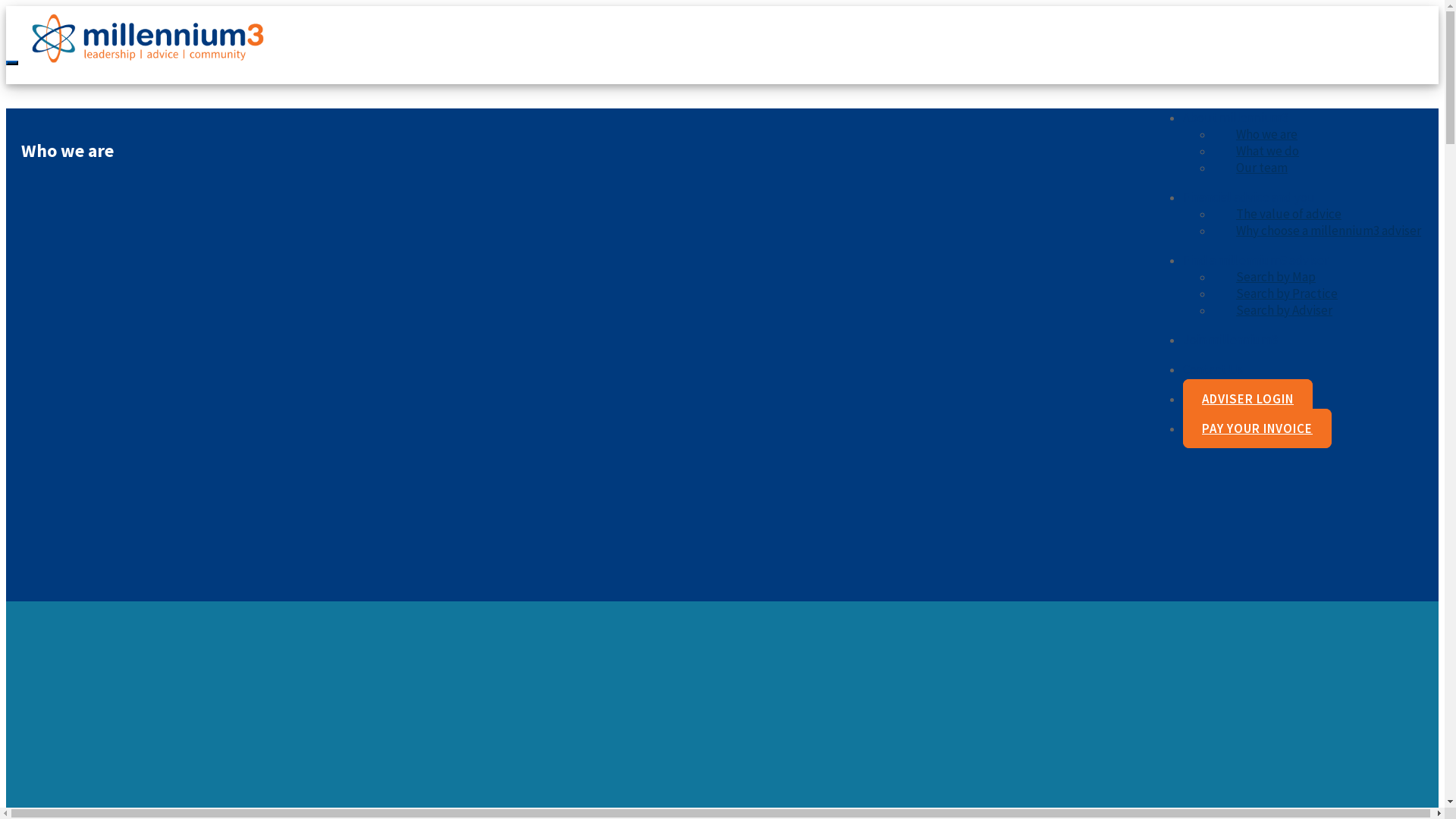 This screenshot has height=819, width=1456. Describe the element at coordinates (1262, 167) in the screenshot. I see `'Our team'` at that location.